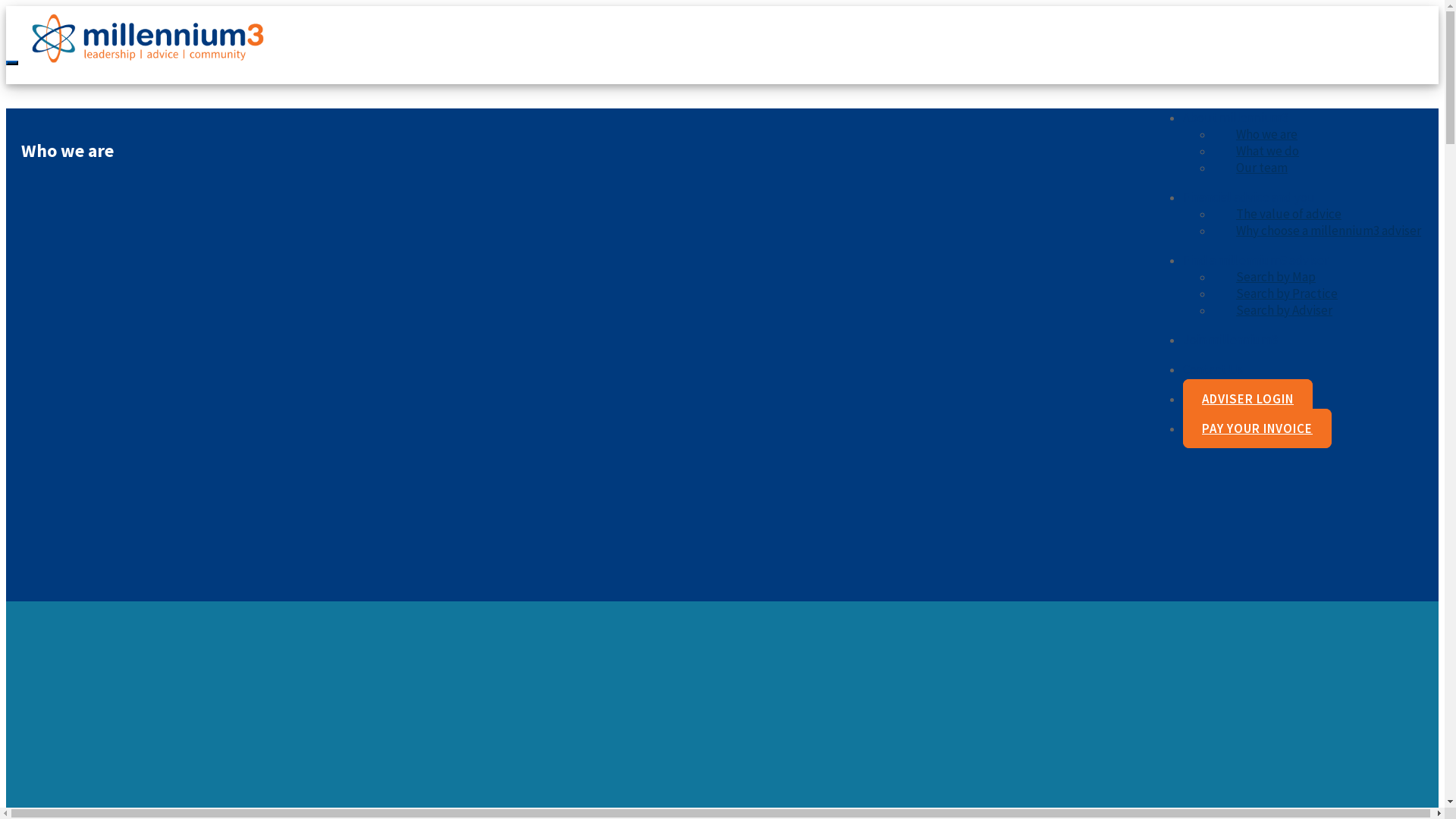 This screenshot has height=819, width=1456. Describe the element at coordinates (1262, 167) in the screenshot. I see `'Our team'` at that location.